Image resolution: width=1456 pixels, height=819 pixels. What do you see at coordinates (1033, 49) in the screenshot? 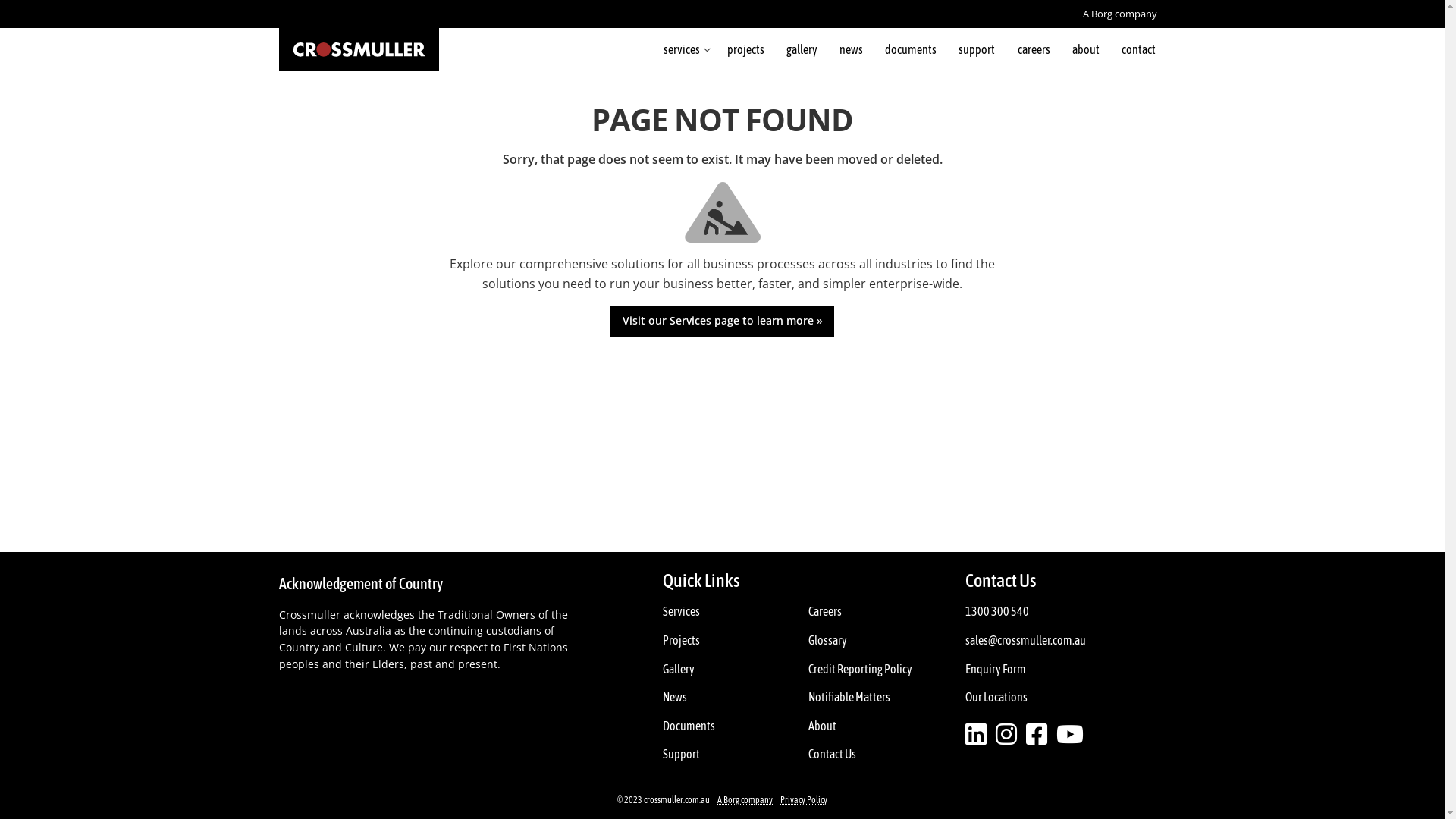
I see `'careers'` at bounding box center [1033, 49].